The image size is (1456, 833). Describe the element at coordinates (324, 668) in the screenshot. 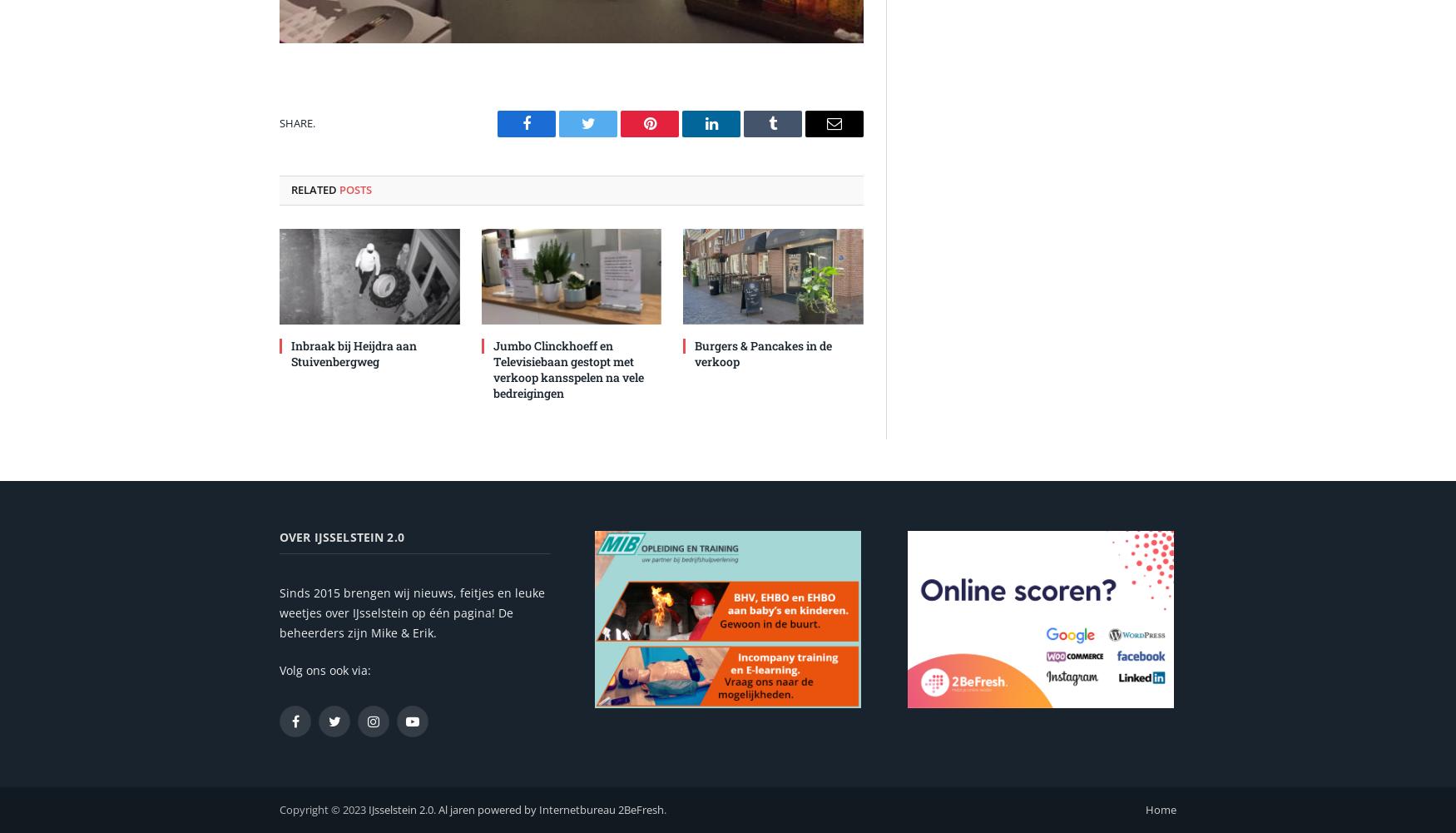

I see `'Volg ons ook via:'` at that location.